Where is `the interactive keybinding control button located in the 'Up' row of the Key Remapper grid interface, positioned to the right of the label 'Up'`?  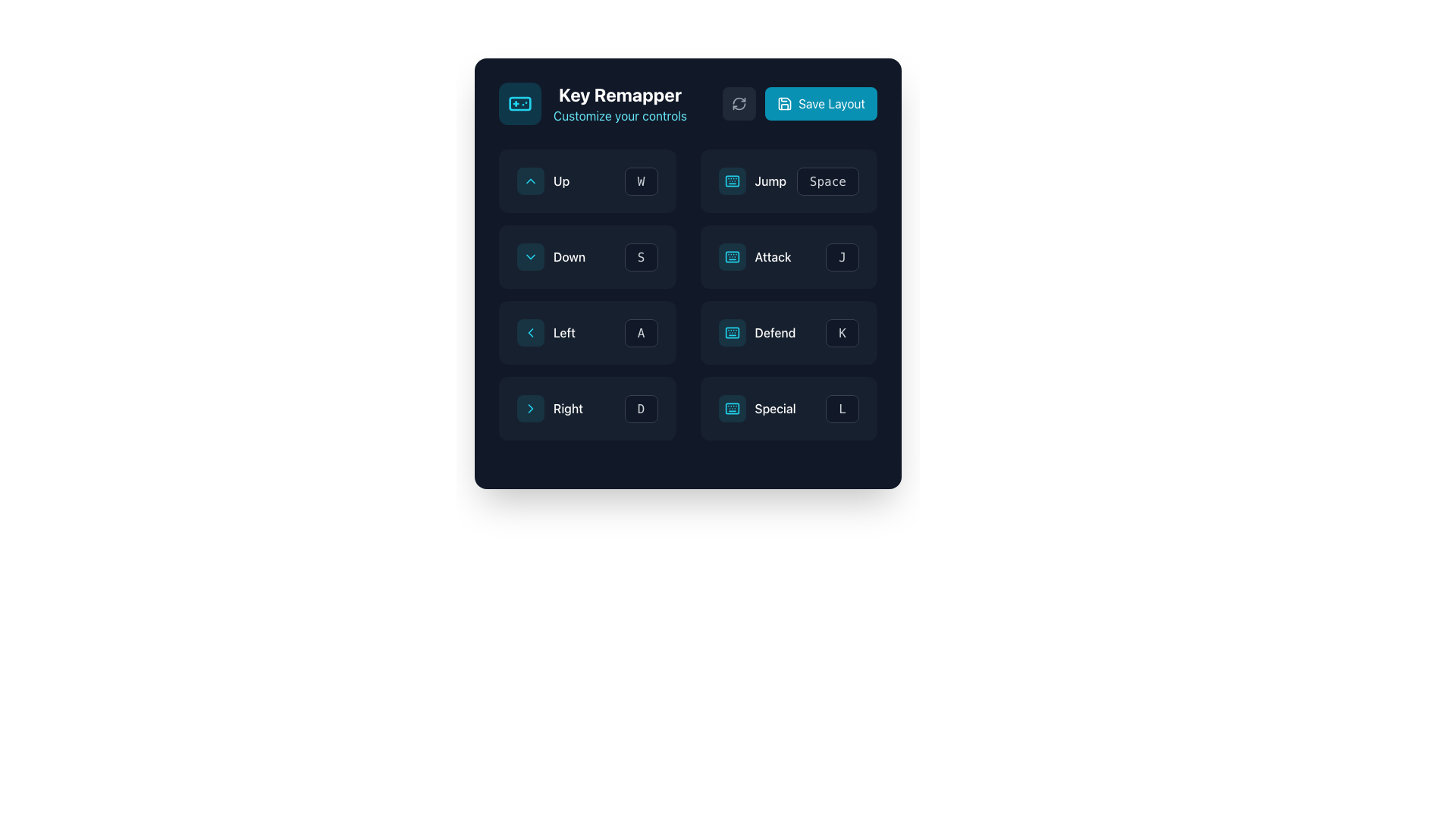 the interactive keybinding control button located in the 'Up' row of the Key Remapper grid interface, positioned to the right of the label 'Up' is located at coordinates (641, 180).